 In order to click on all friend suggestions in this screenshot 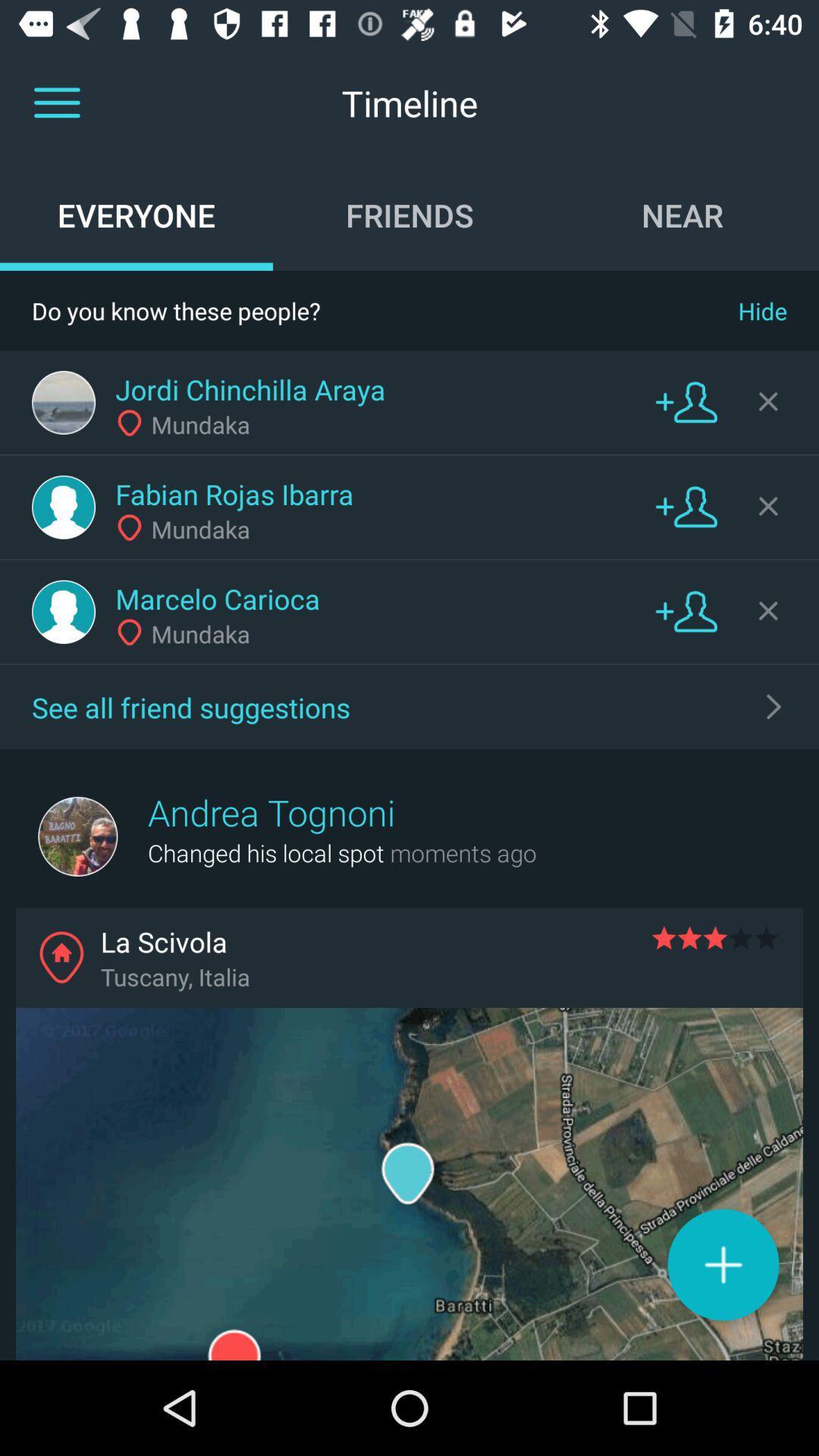, I will do `click(774, 705)`.